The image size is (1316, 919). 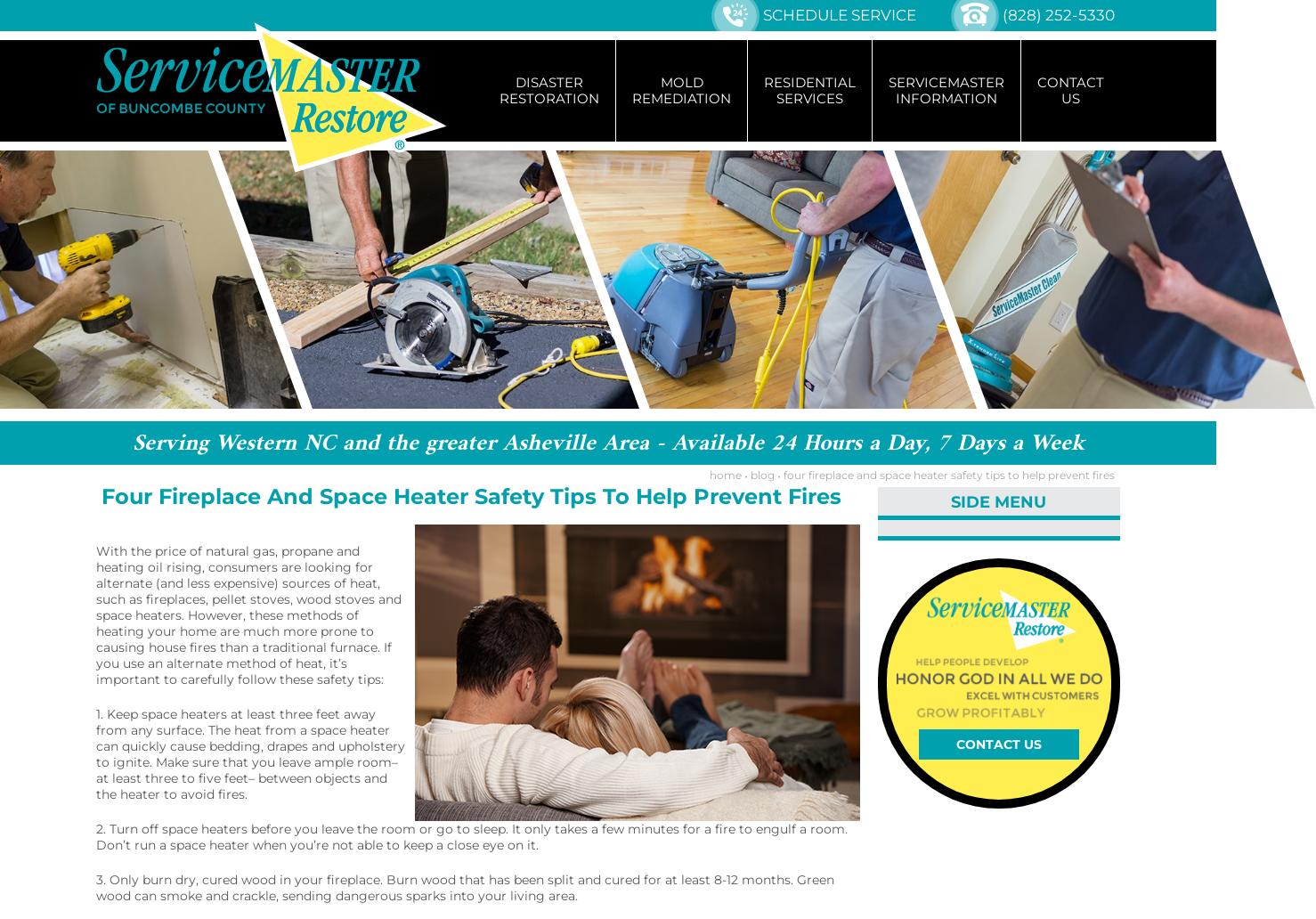 What do you see at coordinates (465, 887) in the screenshot?
I see `'3. Only burn dry, cured wood in your fireplace. Burn wood that has been split and cured for at least 8-12 months. Green wood can smoke and crackle, sending dangerous sparks into your living area.'` at bounding box center [465, 887].